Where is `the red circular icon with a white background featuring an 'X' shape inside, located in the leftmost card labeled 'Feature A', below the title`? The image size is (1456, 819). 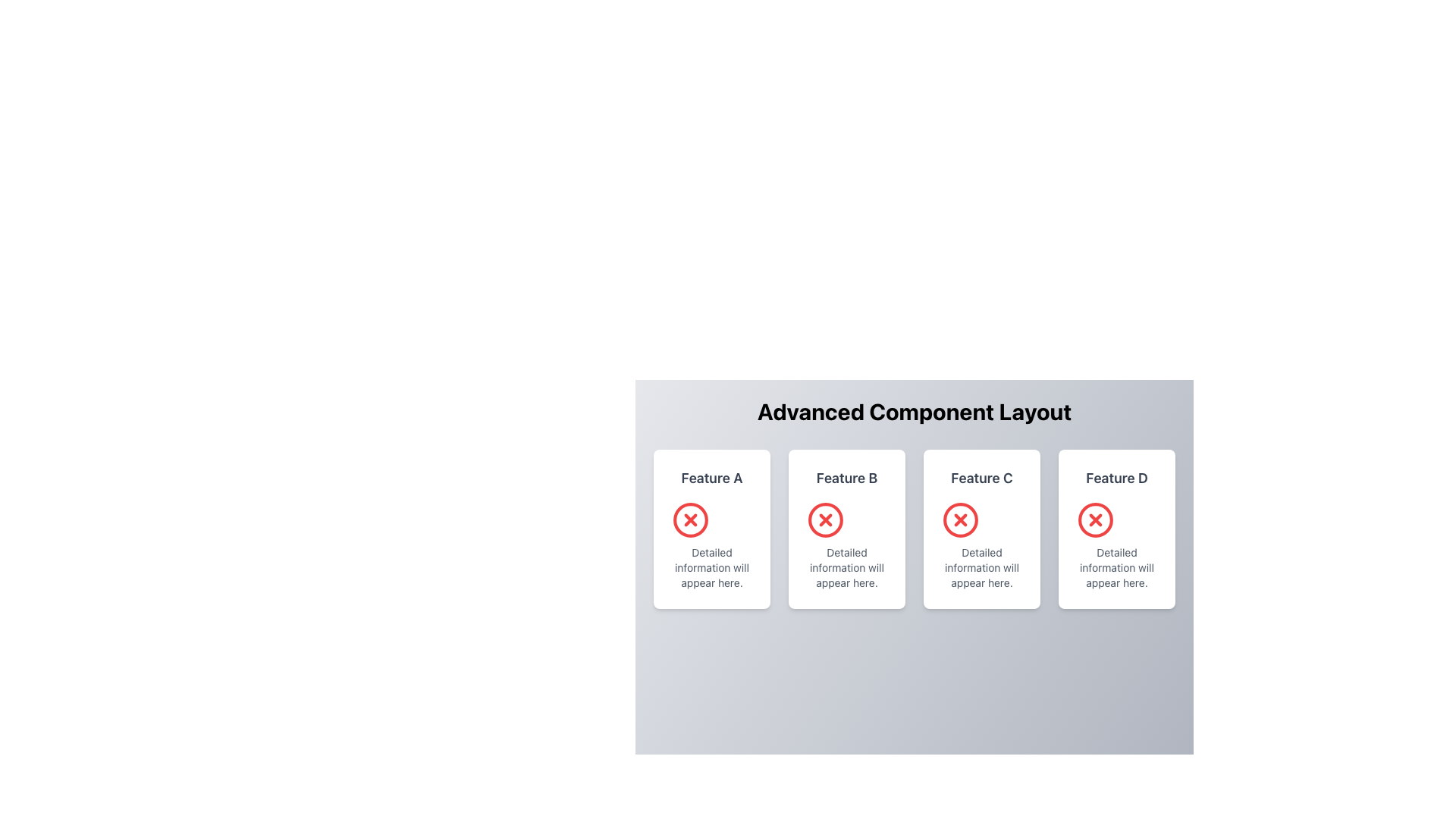 the red circular icon with a white background featuring an 'X' shape inside, located in the leftmost card labeled 'Feature A', below the title is located at coordinates (690, 519).